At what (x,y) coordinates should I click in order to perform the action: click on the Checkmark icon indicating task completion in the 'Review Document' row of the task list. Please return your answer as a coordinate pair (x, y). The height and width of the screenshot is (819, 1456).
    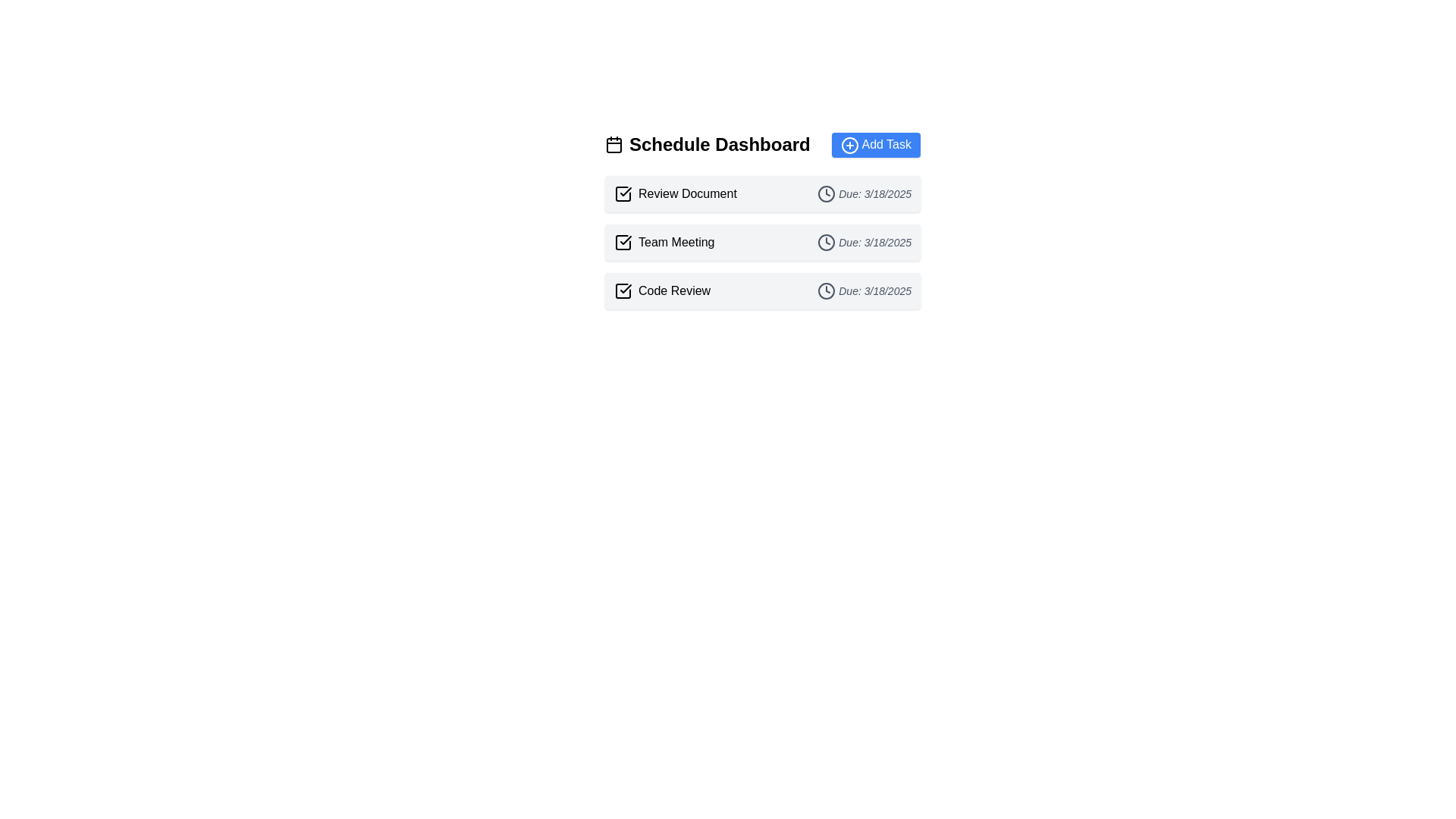
    Looking at the image, I should click on (626, 190).